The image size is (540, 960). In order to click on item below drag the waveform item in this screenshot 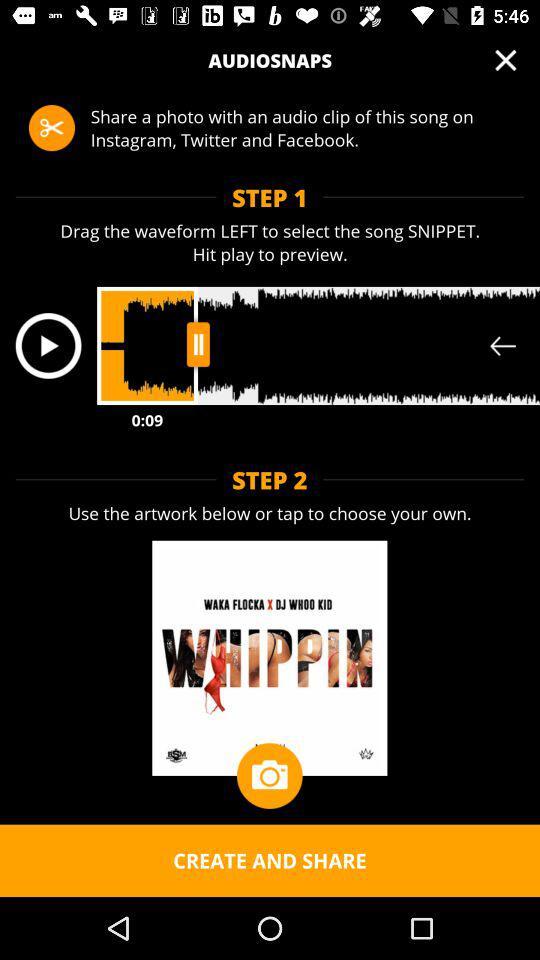, I will do `click(48, 345)`.